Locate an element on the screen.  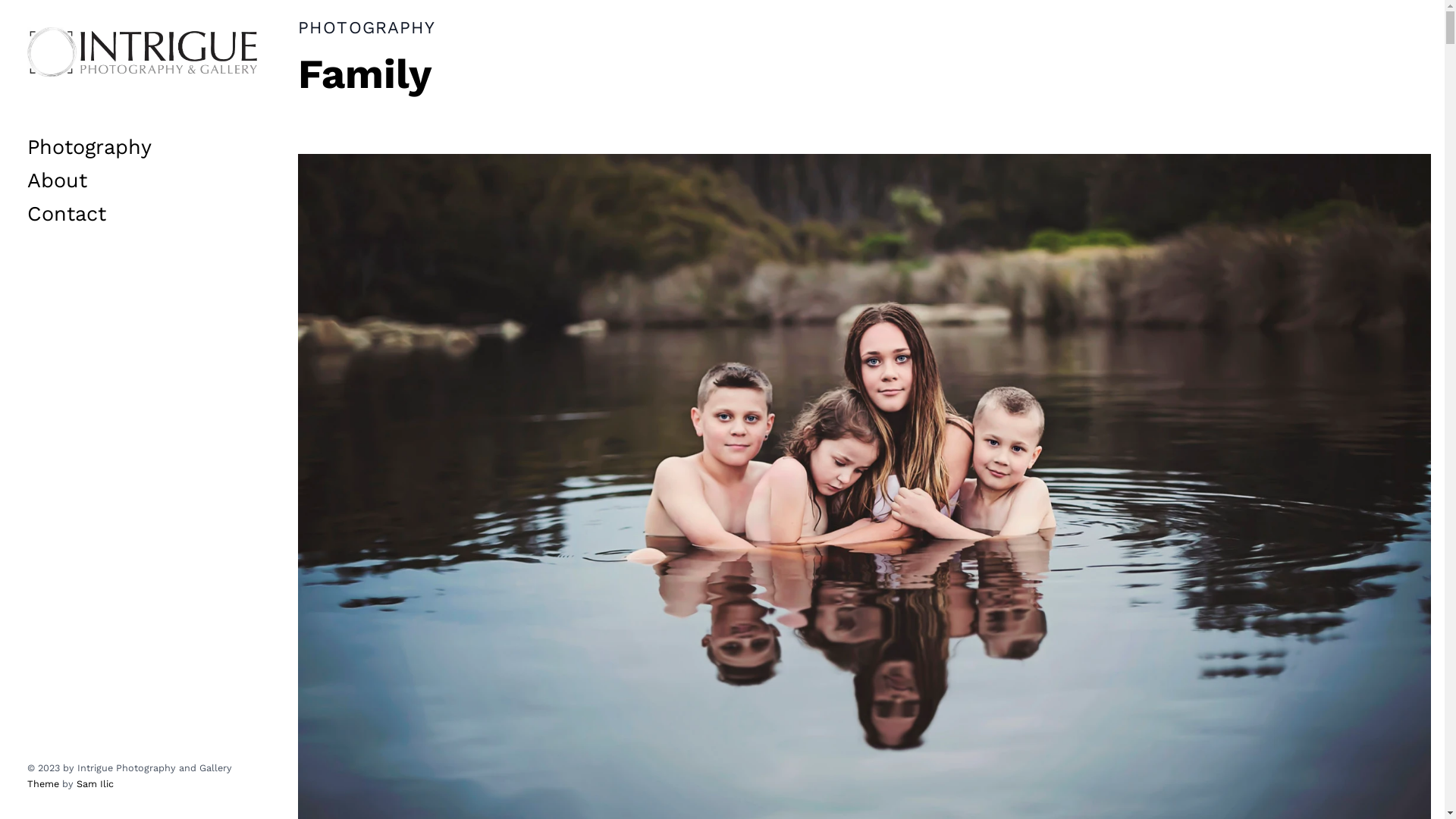
'Contact' is located at coordinates (27, 213).